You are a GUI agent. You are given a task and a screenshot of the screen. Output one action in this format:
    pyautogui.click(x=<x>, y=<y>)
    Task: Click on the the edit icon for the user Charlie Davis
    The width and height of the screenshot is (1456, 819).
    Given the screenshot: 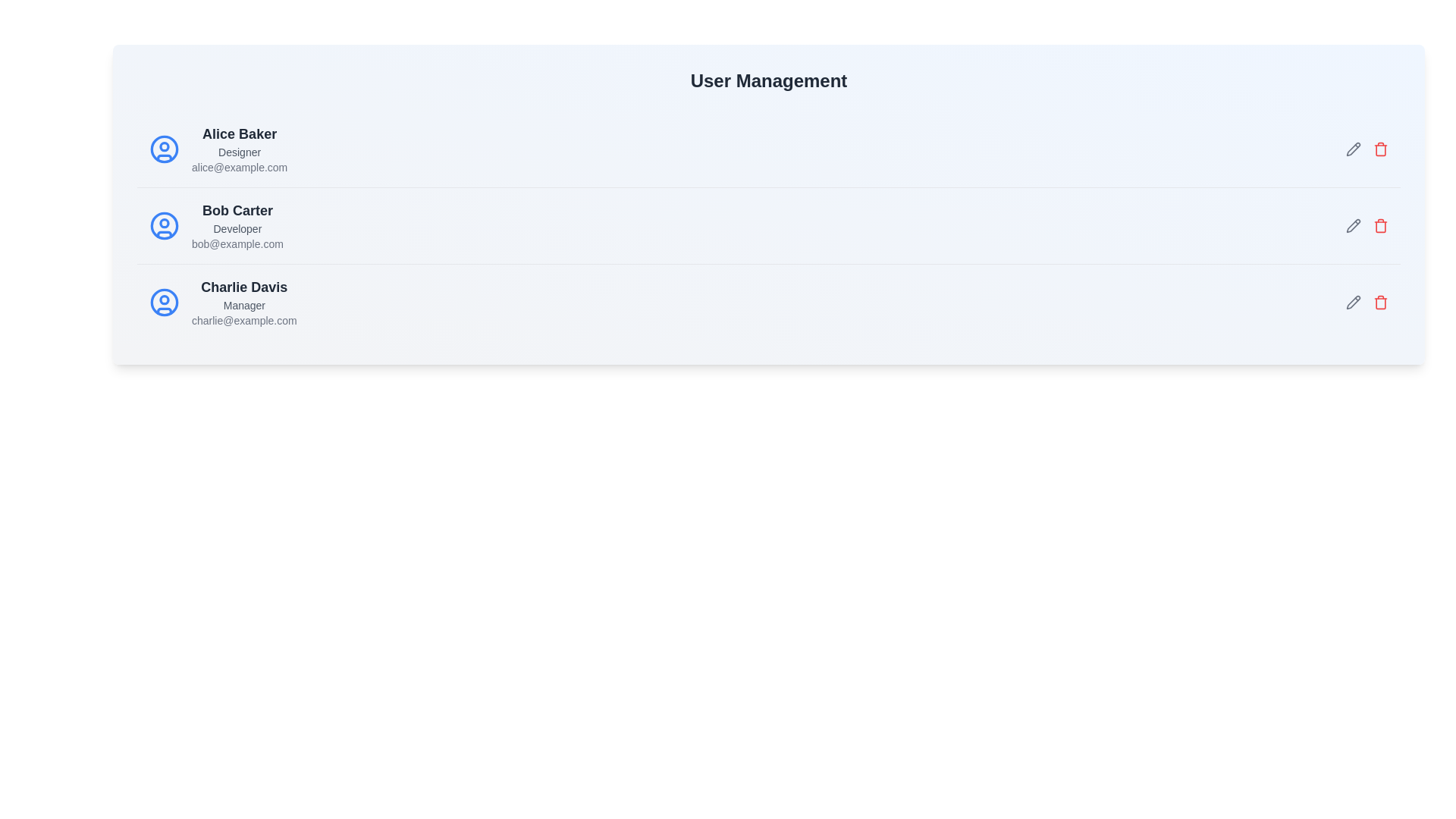 What is the action you would take?
    pyautogui.click(x=1354, y=302)
    